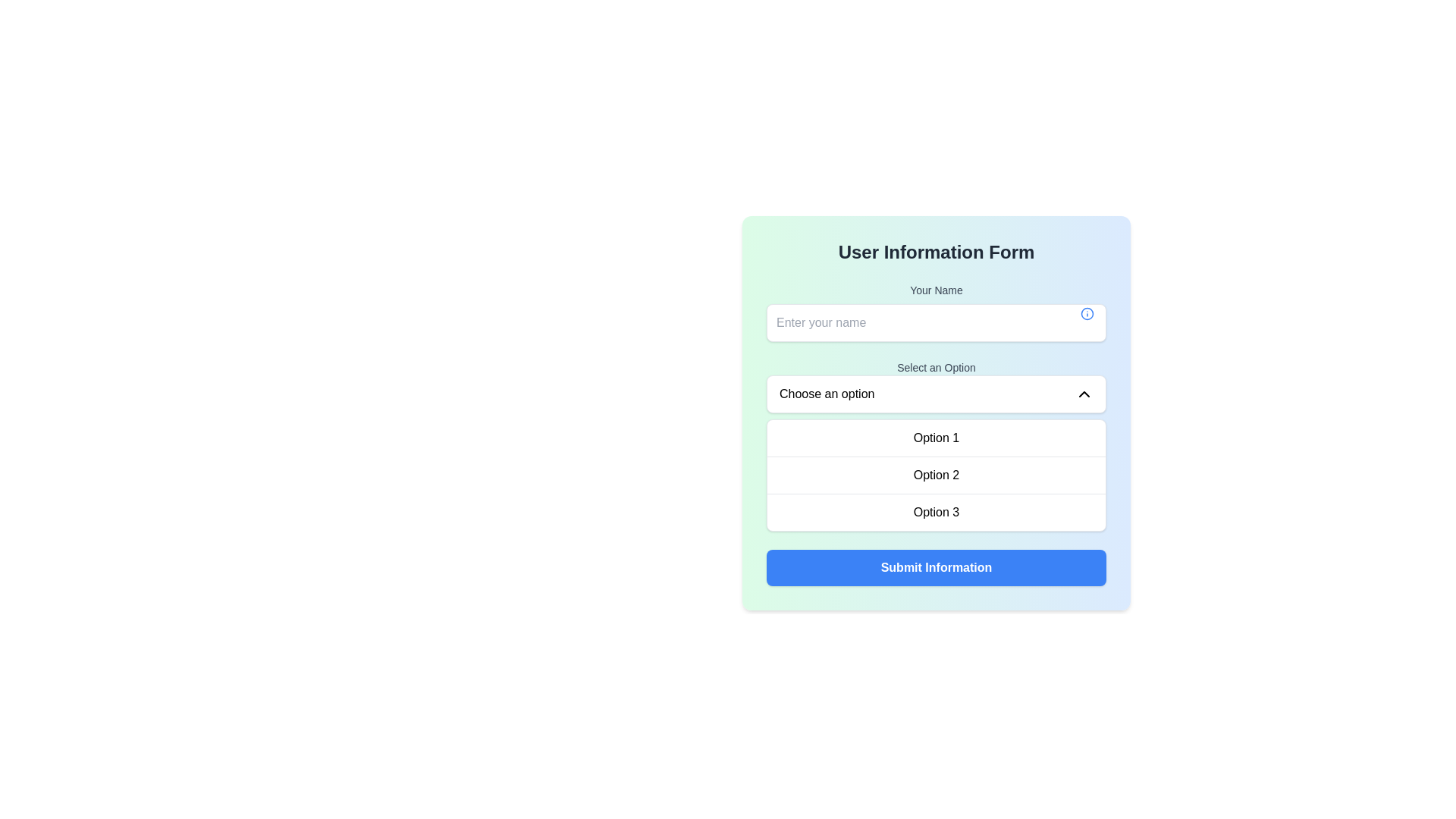 This screenshot has width=1456, height=819. I want to click on the 'Option 3' text label within the selectable dropdown list, which is positioned below 'Option 2' and above no other elements in its group, so click(935, 512).